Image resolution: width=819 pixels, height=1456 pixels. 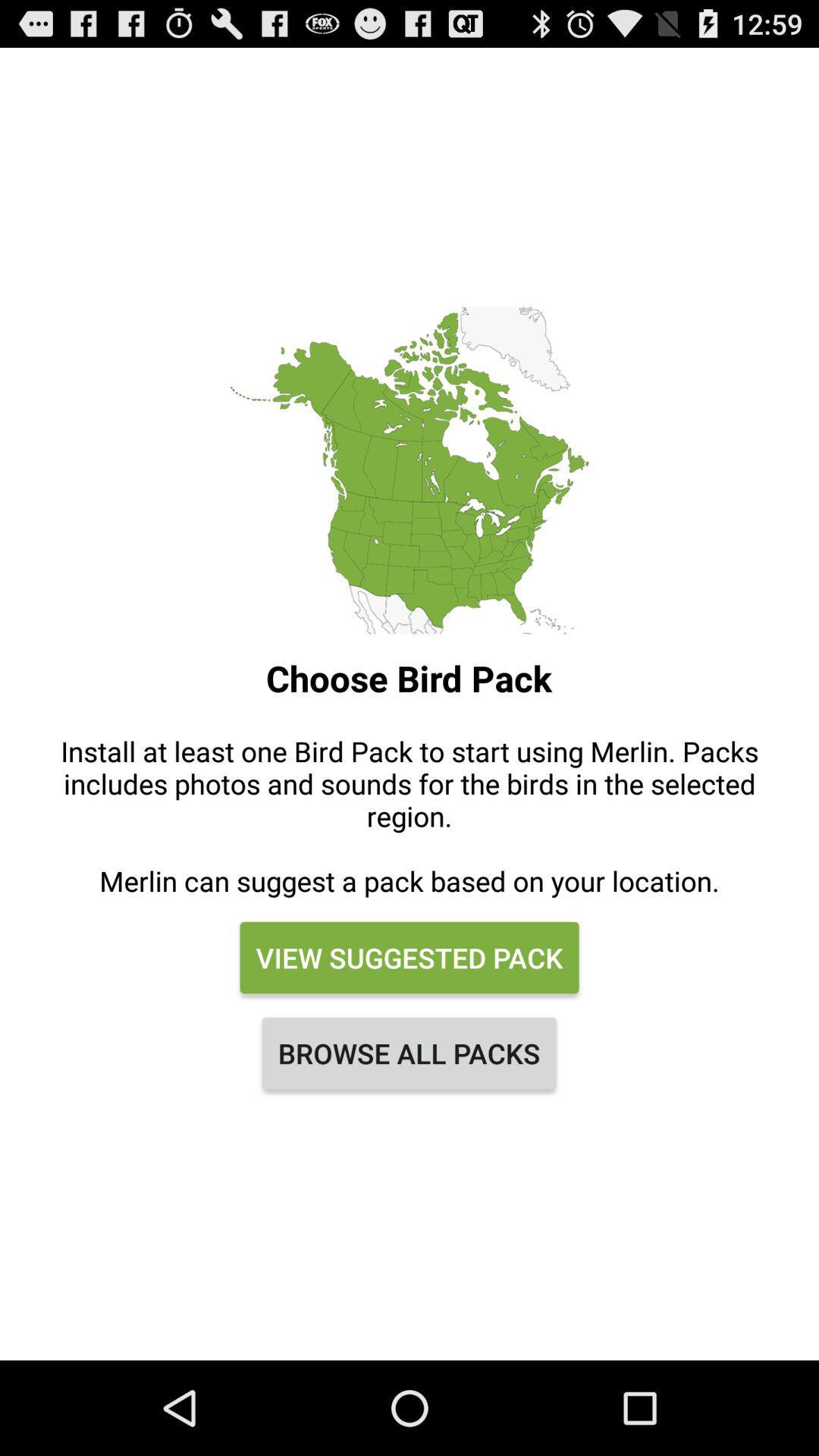 What do you see at coordinates (408, 1052) in the screenshot?
I see `the icon at the bottom` at bounding box center [408, 1052].